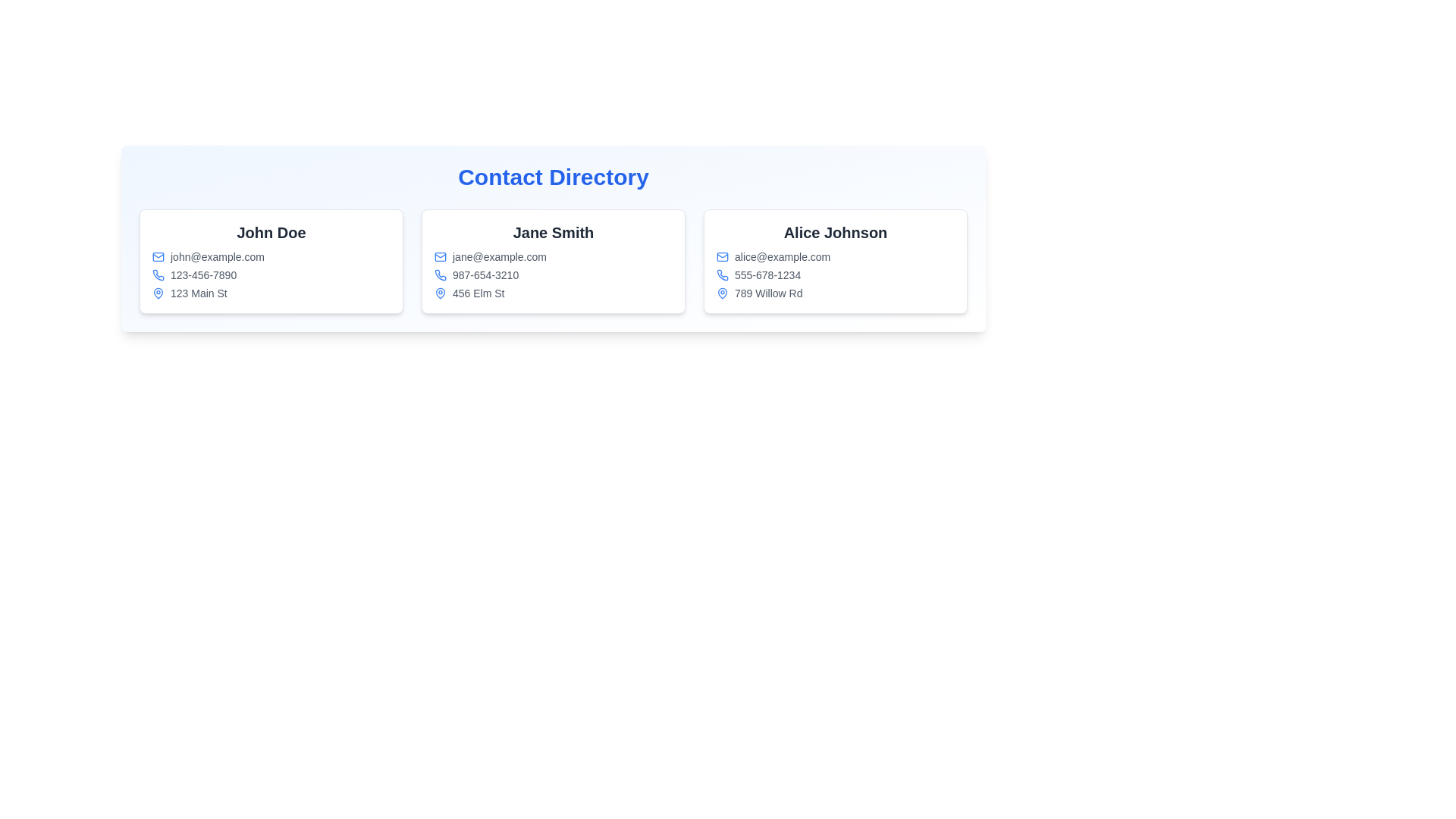  Describe the element at coordinates (835, 256) in the screenshot. I see `email address displayed in gray font on the contact card for 'Alice Johnson', located at the coordinates provided` at that location.